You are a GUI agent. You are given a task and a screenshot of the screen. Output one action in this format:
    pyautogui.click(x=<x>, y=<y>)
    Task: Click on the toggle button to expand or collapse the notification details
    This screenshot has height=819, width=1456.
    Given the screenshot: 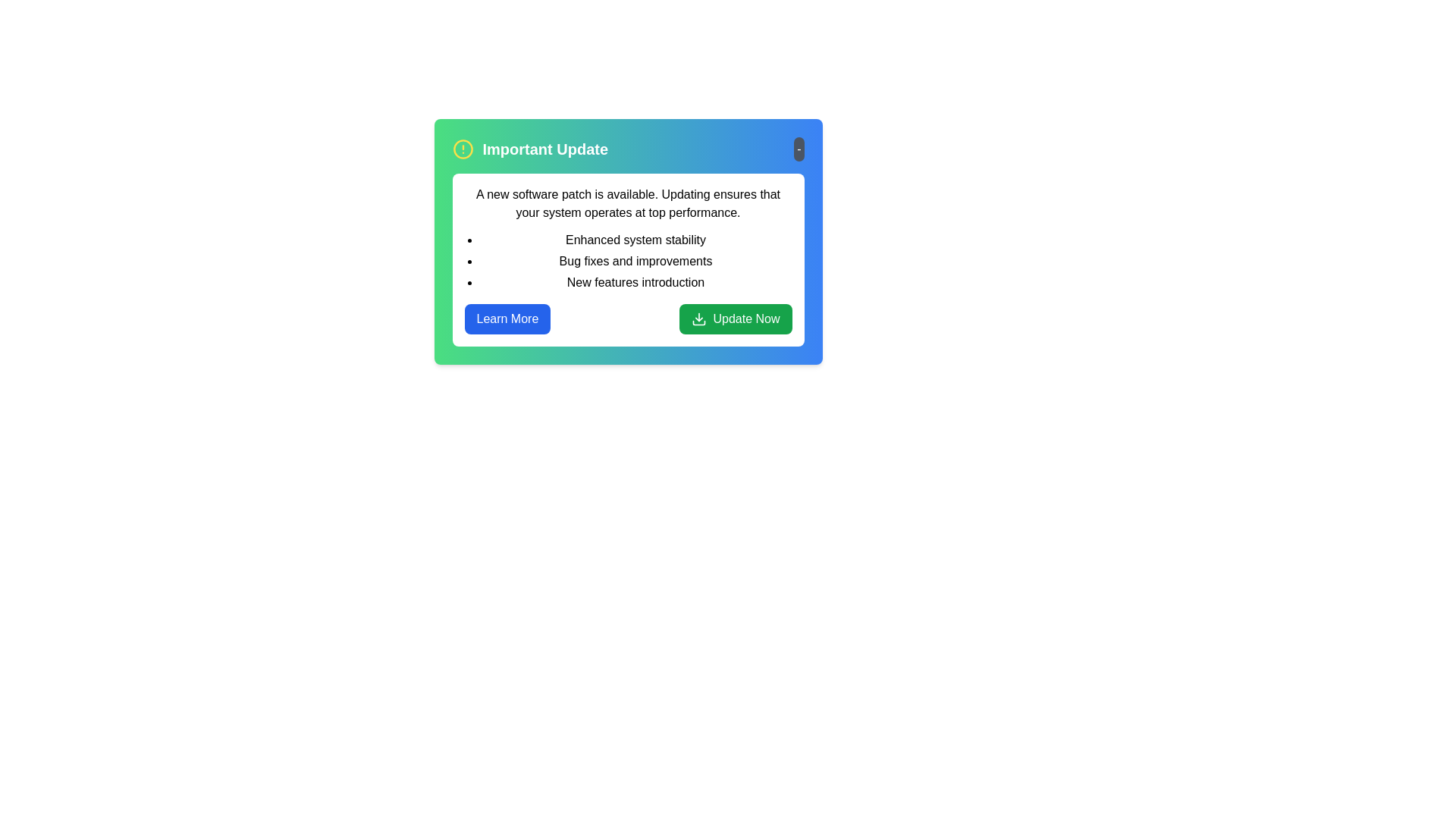 What is the action you would take?
    pyautogui.click(x=798, y=149)
    